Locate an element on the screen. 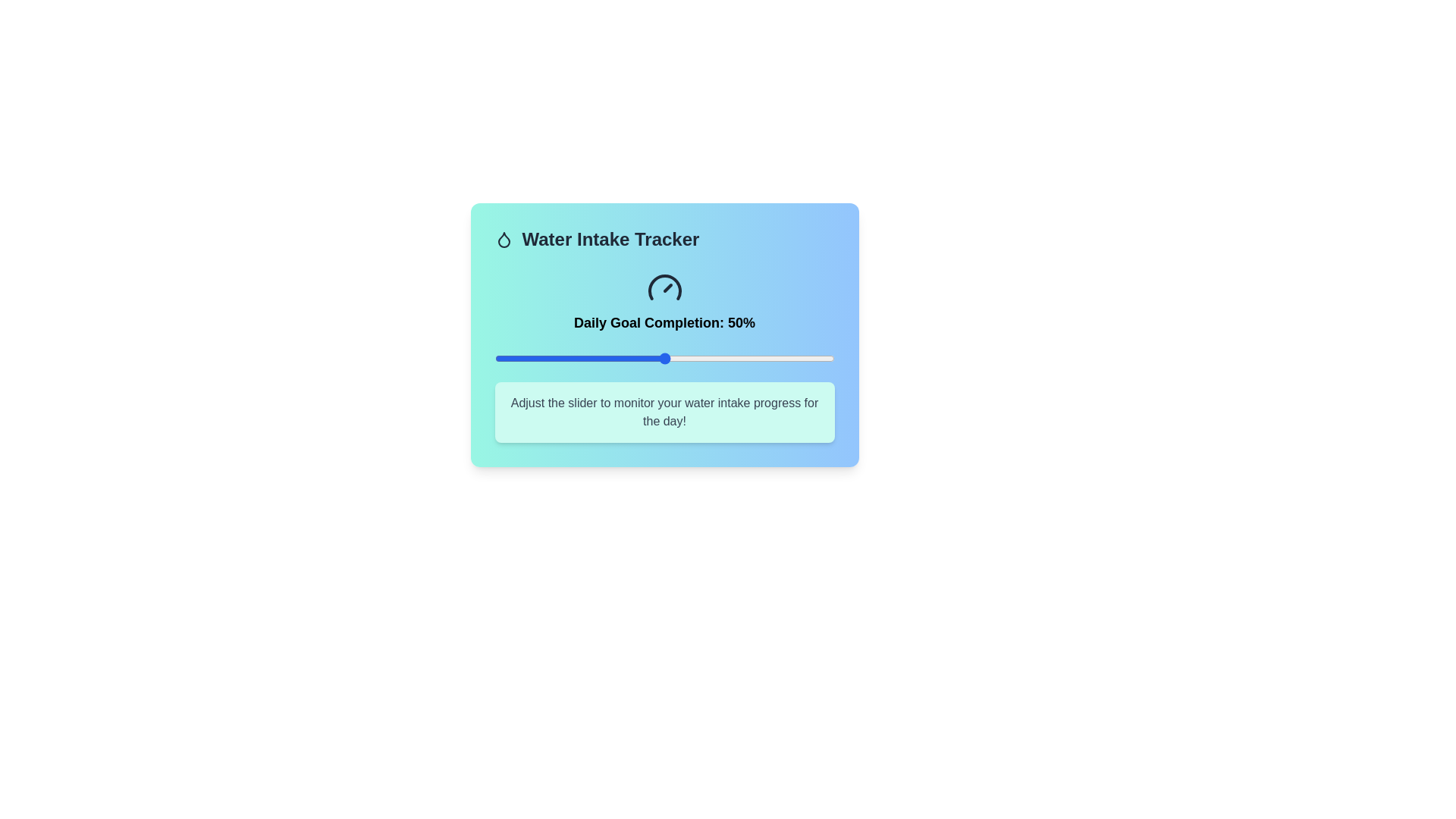 The width and height of the screenshot is (1456, 819). the water intake tracker slider to 90% is located at coordinates (799, 359).